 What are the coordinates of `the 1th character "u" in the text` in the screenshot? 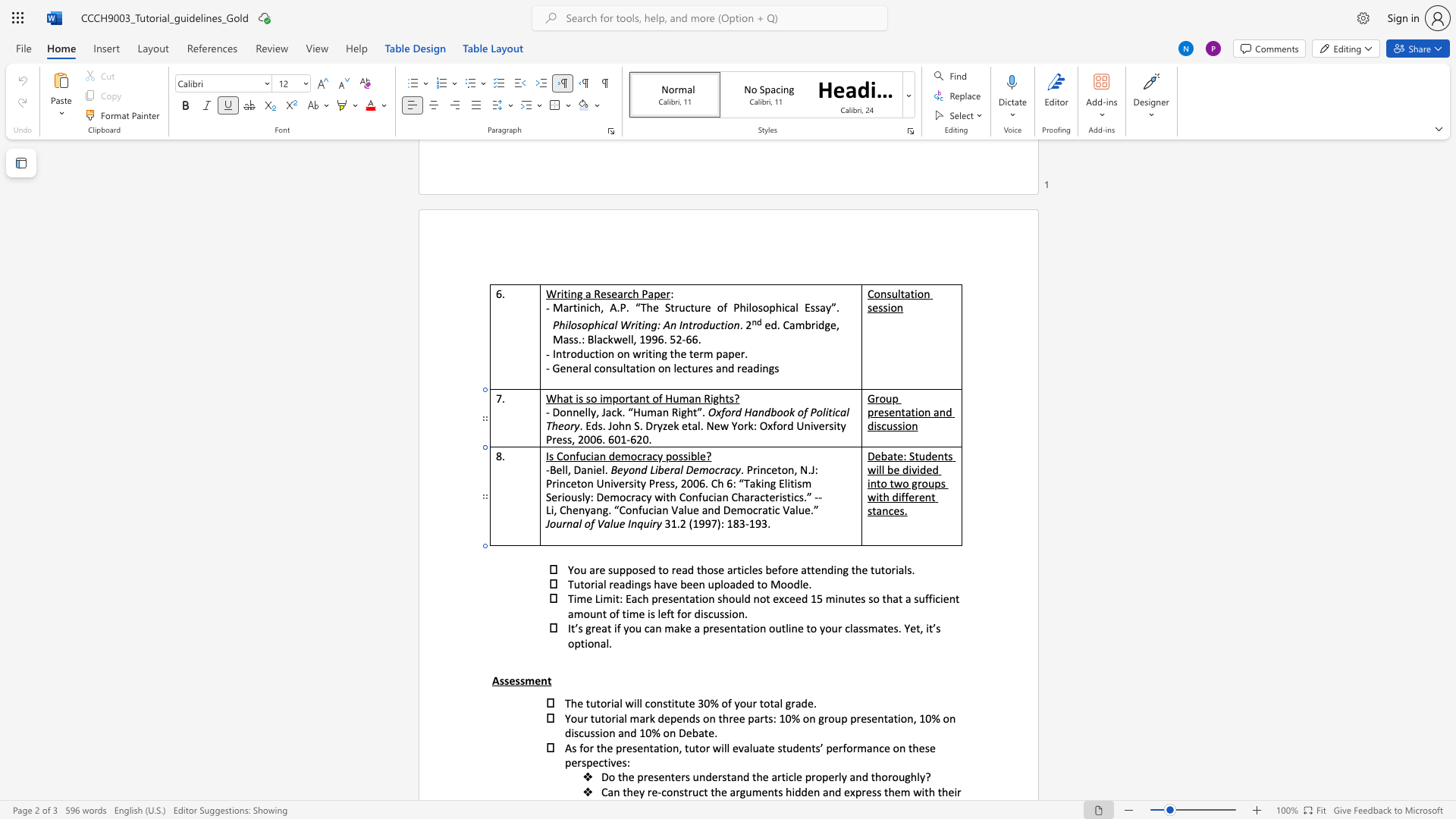 It's located at (576, 583).